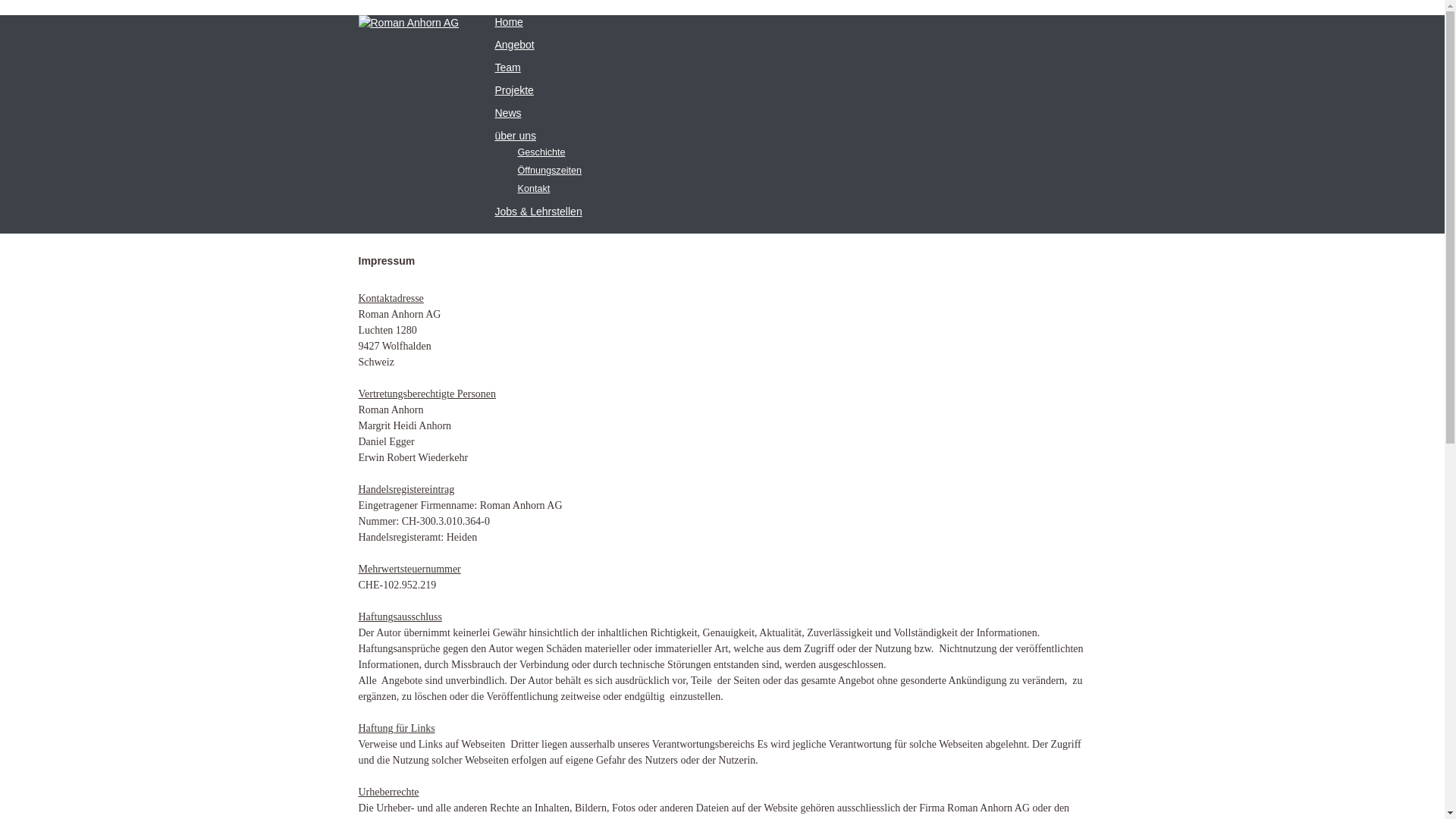 The image size is (1456, 819). I want to click on 'Jobs & Lehrstellen', so click(494, 211).